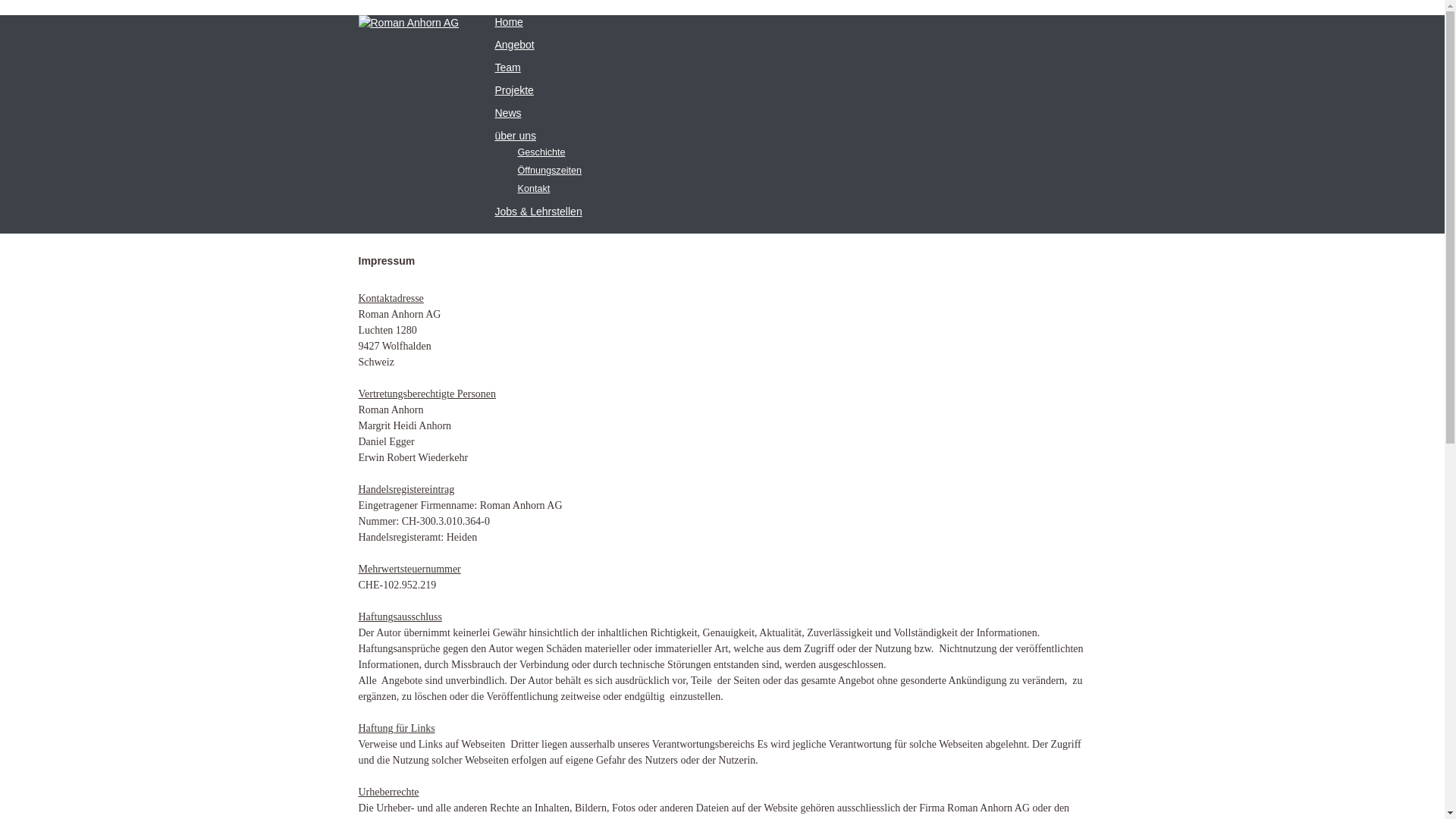 The image size is (1456, 819). I want to click on 'Jobs & Lehrstellen', so click(494, 211).